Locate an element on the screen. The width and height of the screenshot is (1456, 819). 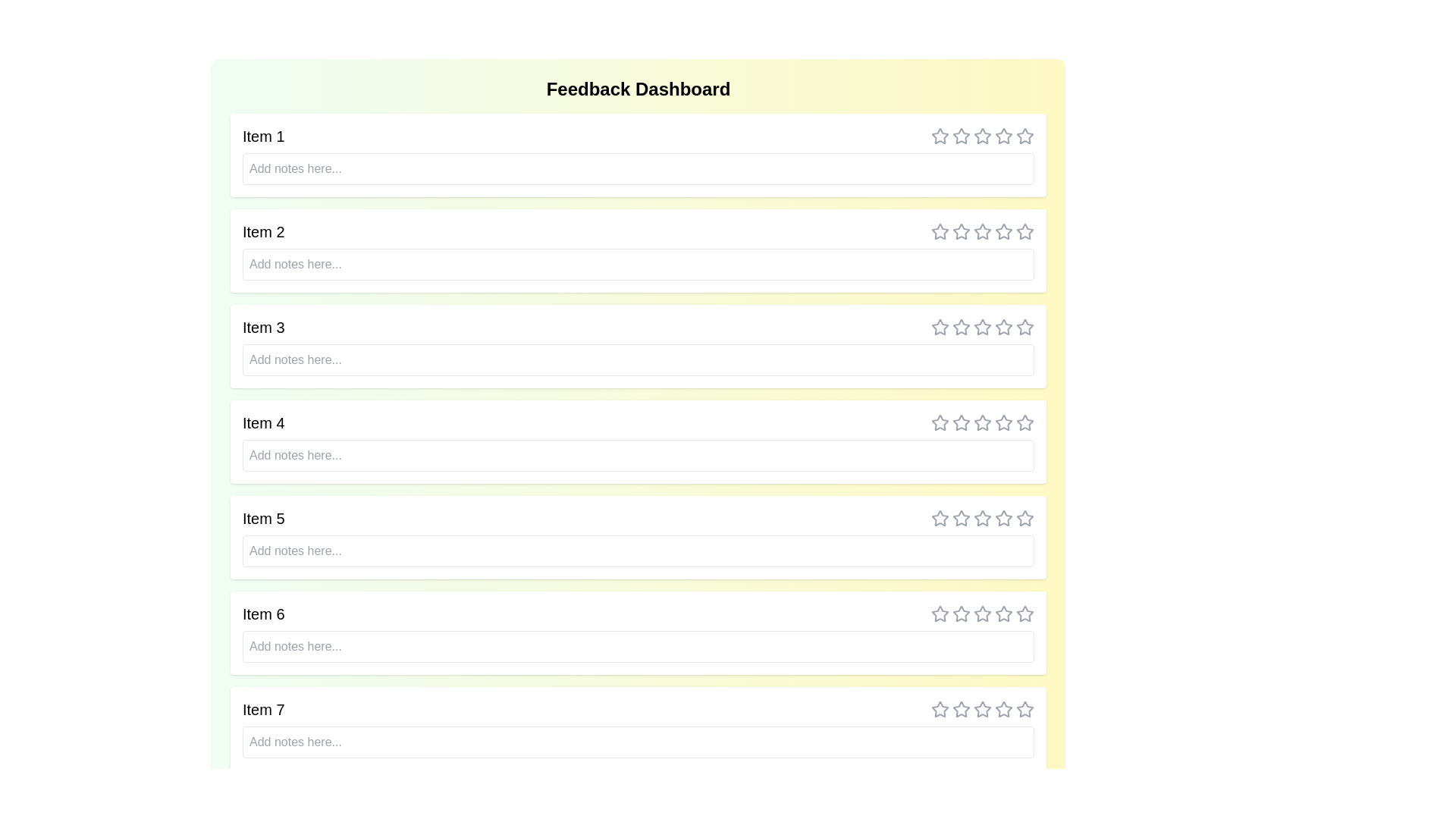
the rating for an item to 4 stars is located at coordinates (1004, 136).